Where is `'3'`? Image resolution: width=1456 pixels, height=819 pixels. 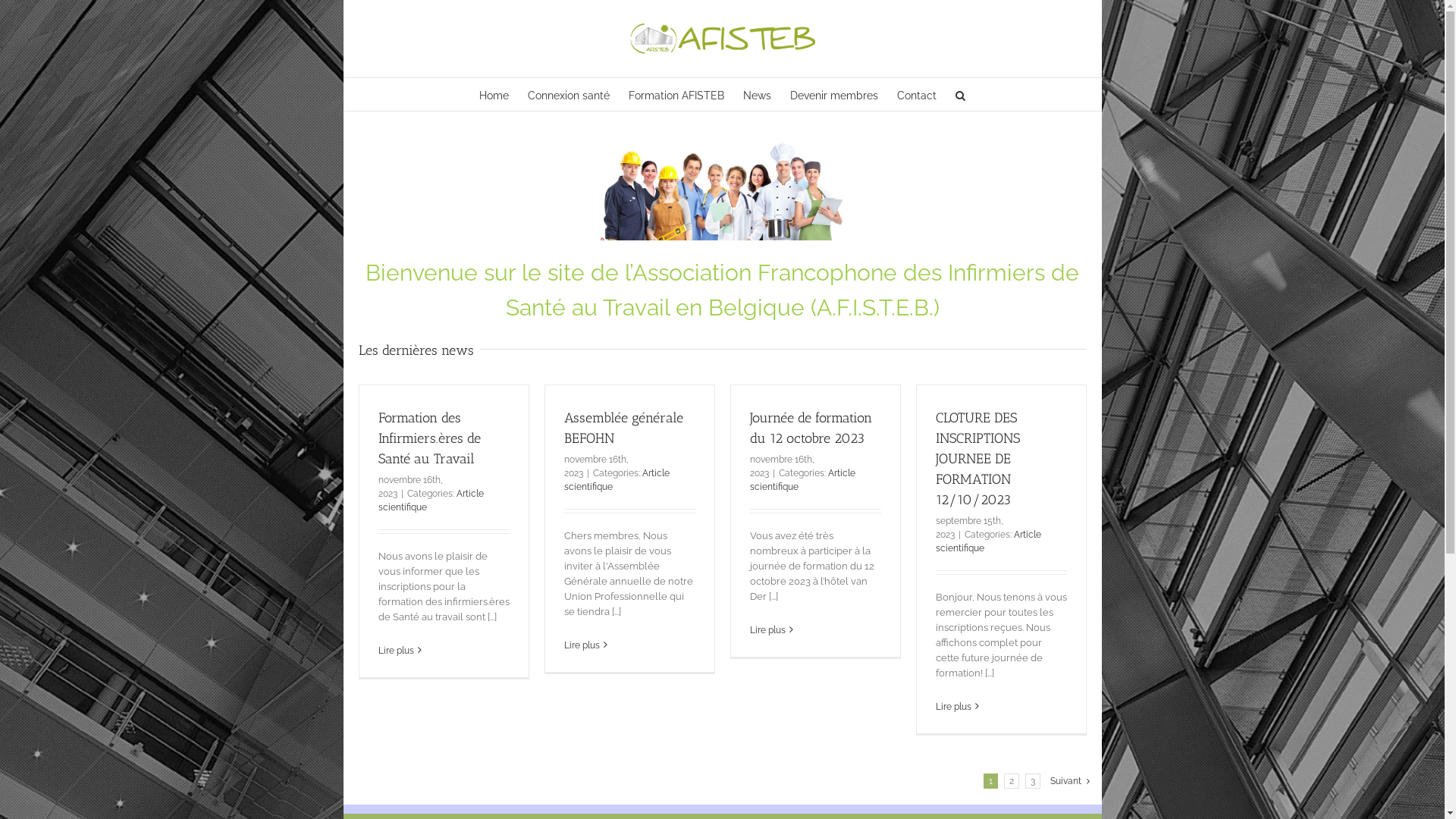
'3' is located at coordinates (1032, 780).